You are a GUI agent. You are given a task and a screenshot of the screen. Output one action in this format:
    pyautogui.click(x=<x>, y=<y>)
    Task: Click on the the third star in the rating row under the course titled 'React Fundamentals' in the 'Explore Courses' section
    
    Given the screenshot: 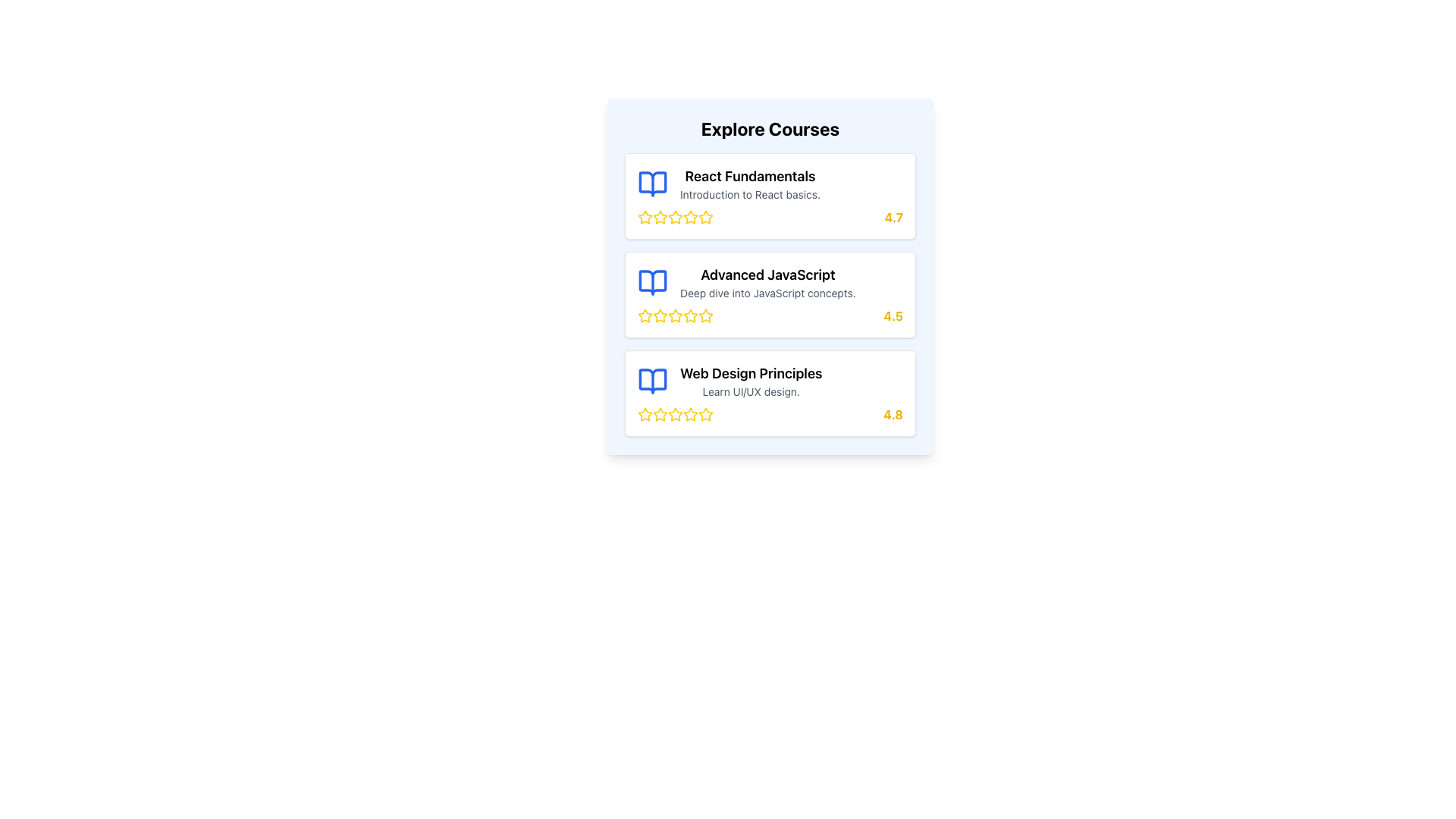 What is the action you would take?
    pyautogui.click(x=675, y=217)
    